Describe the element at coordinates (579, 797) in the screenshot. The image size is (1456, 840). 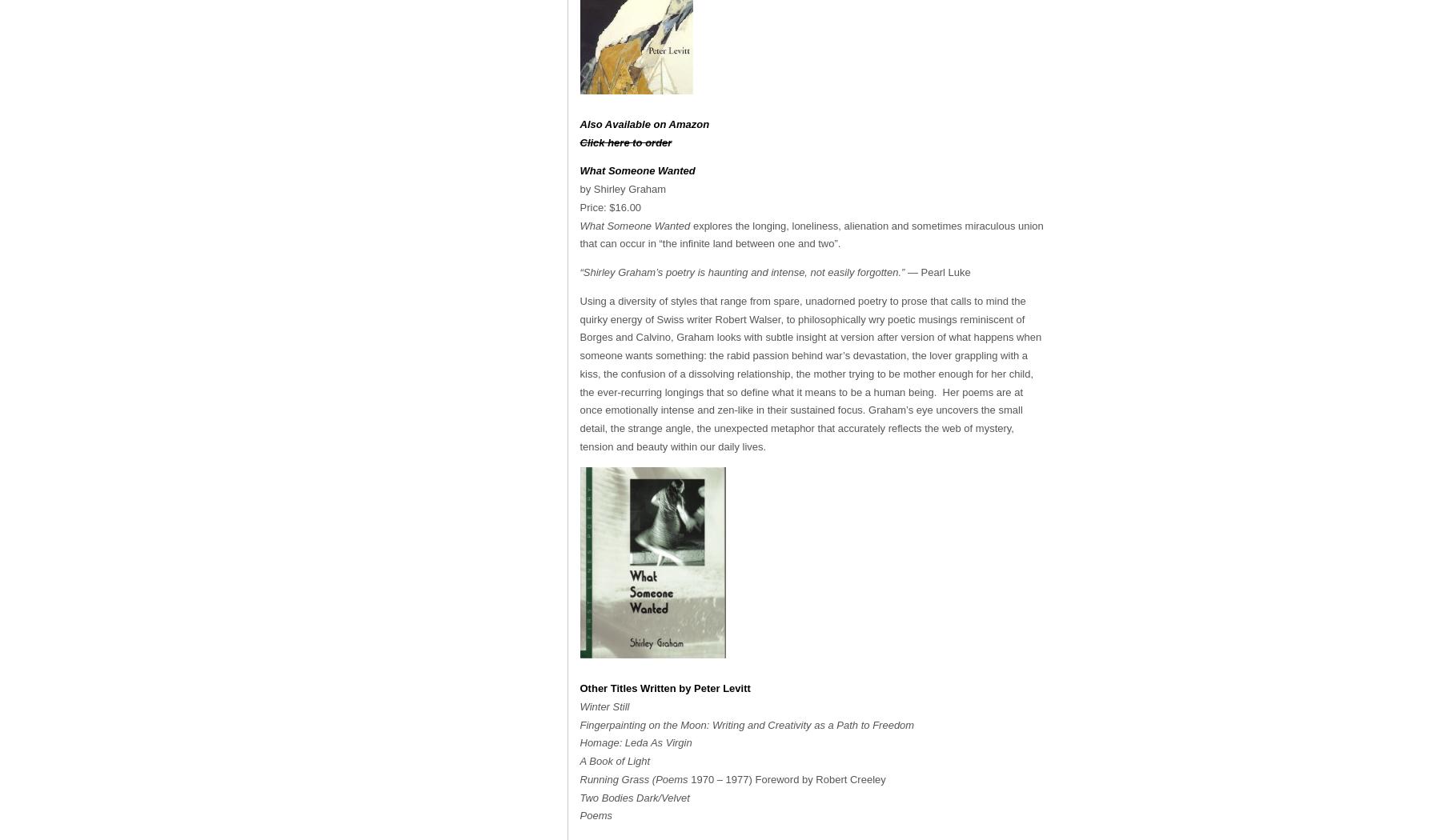
I see `'Two Bodies Dark/Velvet'` at that location.